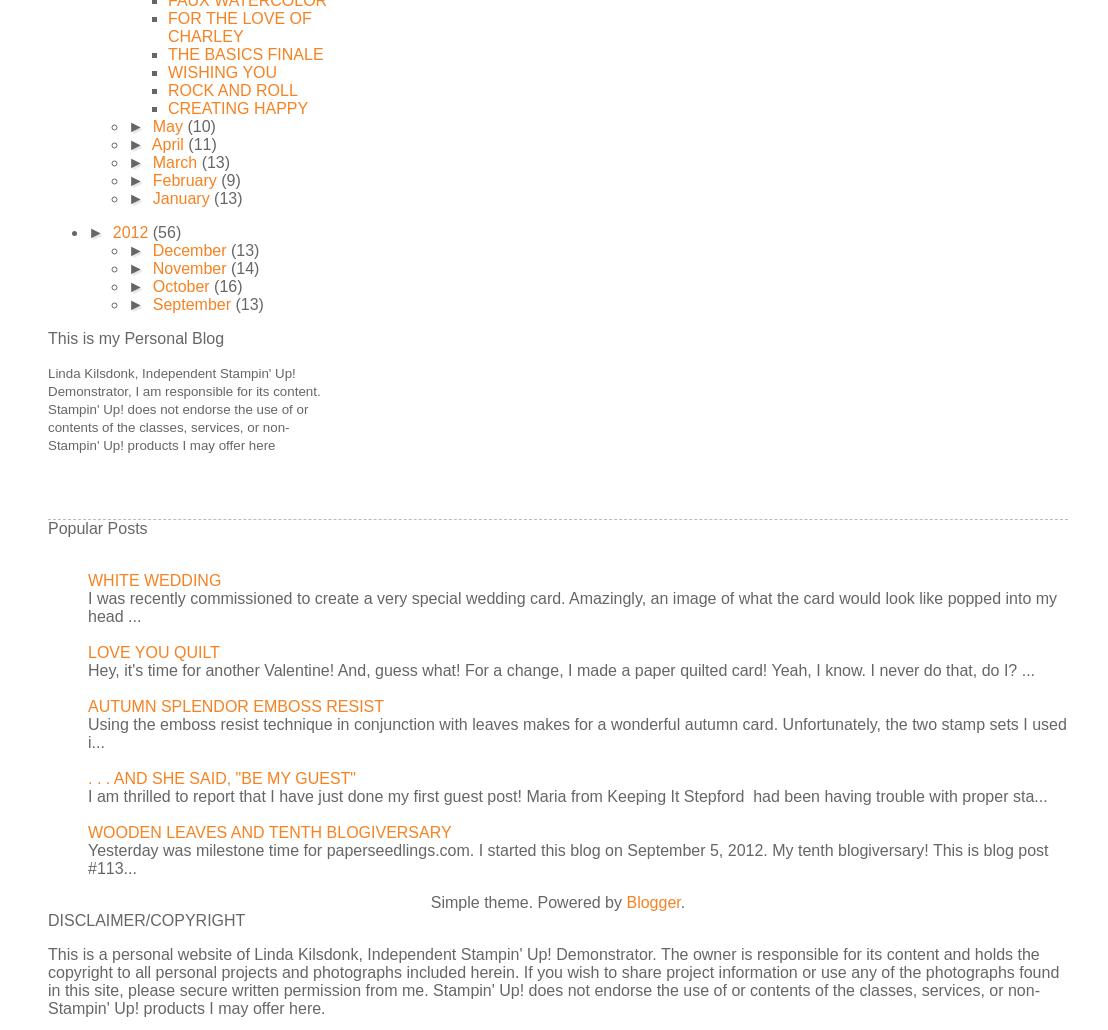 This screenshot has width=1108, height=1030. Describe the element at coordinates (191, 267) in the screenshot. I see `'November'` at that location.